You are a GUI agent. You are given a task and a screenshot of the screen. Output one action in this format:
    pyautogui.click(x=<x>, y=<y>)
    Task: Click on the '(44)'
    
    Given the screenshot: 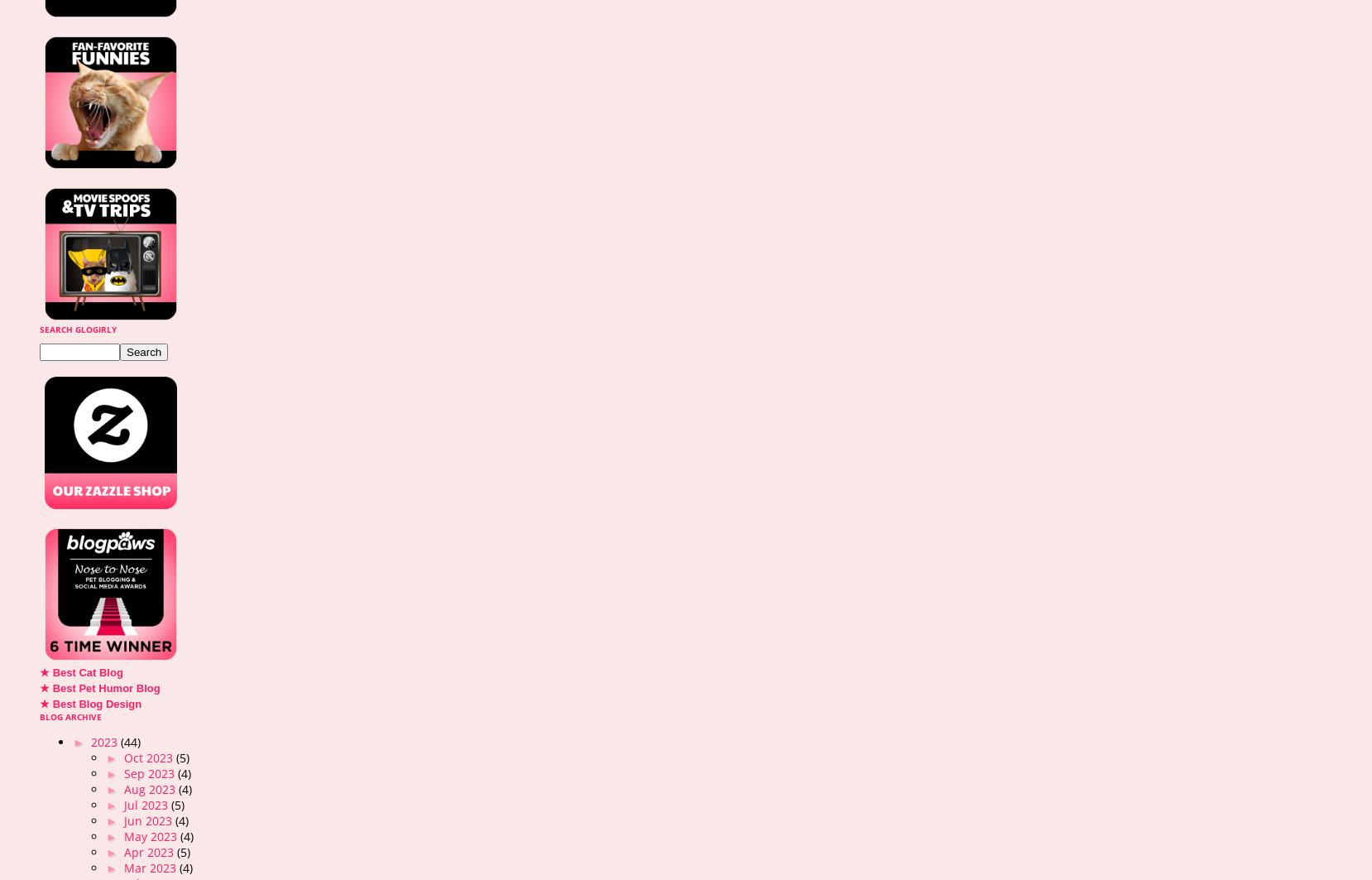 What is the action you would take?
    pyautogui.click(x=130, y=741)
    